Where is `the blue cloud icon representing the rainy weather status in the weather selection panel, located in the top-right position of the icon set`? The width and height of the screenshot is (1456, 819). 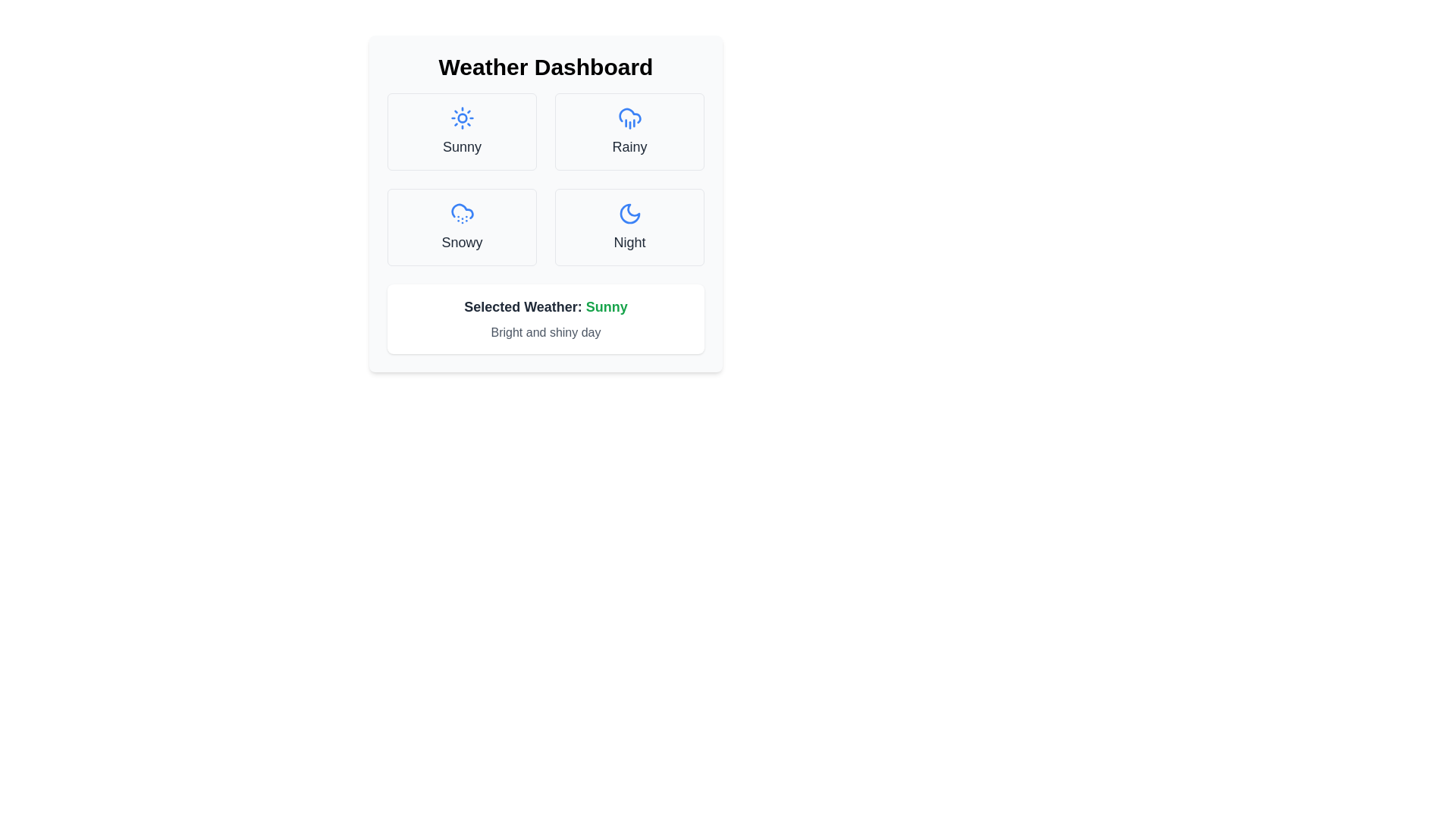
the blue cloud icon representing the rainy weather status in the weather selection panel, located in the top-right position of the icon set is located at coordinates (629, 115).